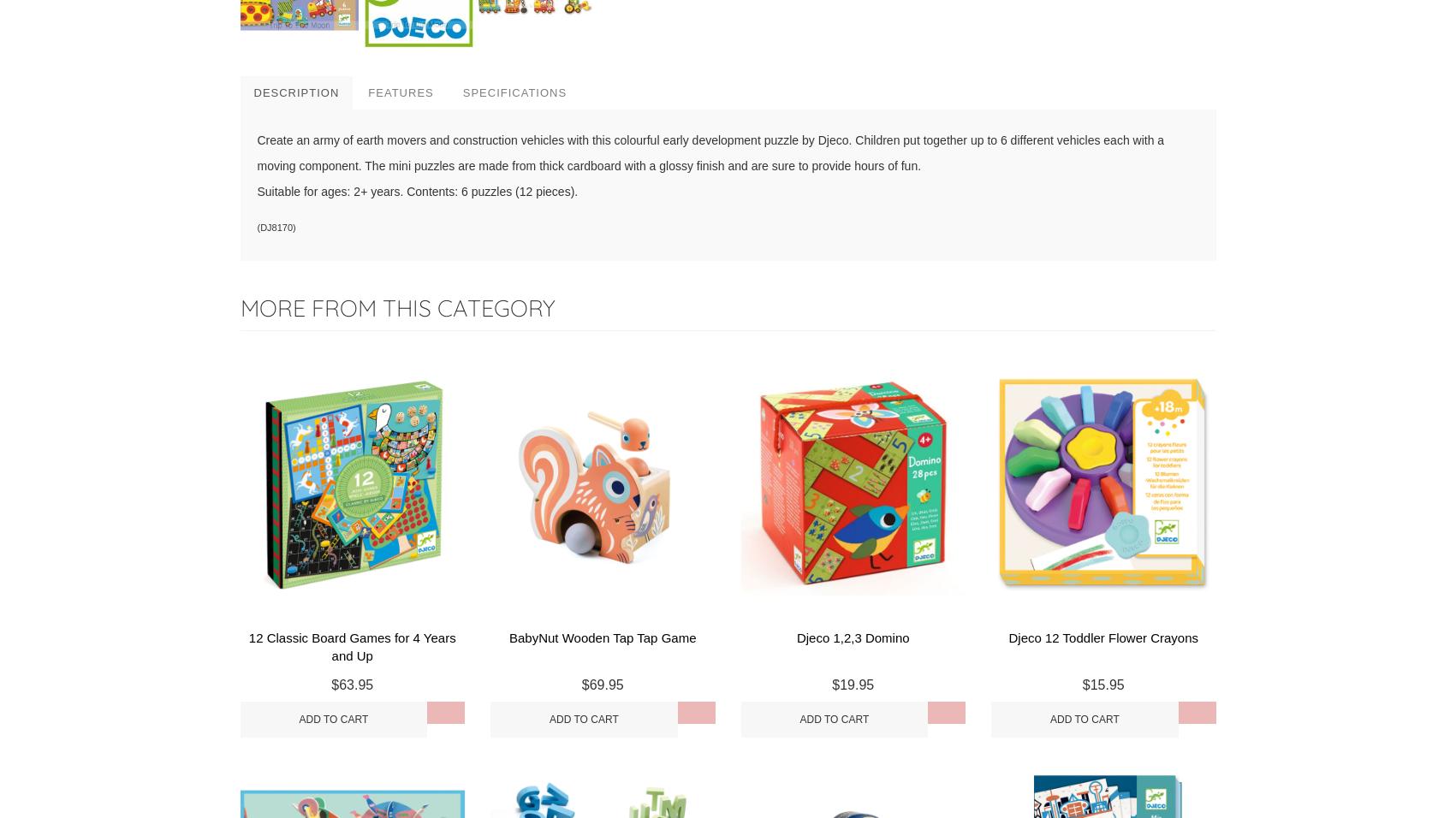  What do you see at coordinates (351, 684) in the screenshot?
I see `'$63.95'` at bounding box center [351, 684].